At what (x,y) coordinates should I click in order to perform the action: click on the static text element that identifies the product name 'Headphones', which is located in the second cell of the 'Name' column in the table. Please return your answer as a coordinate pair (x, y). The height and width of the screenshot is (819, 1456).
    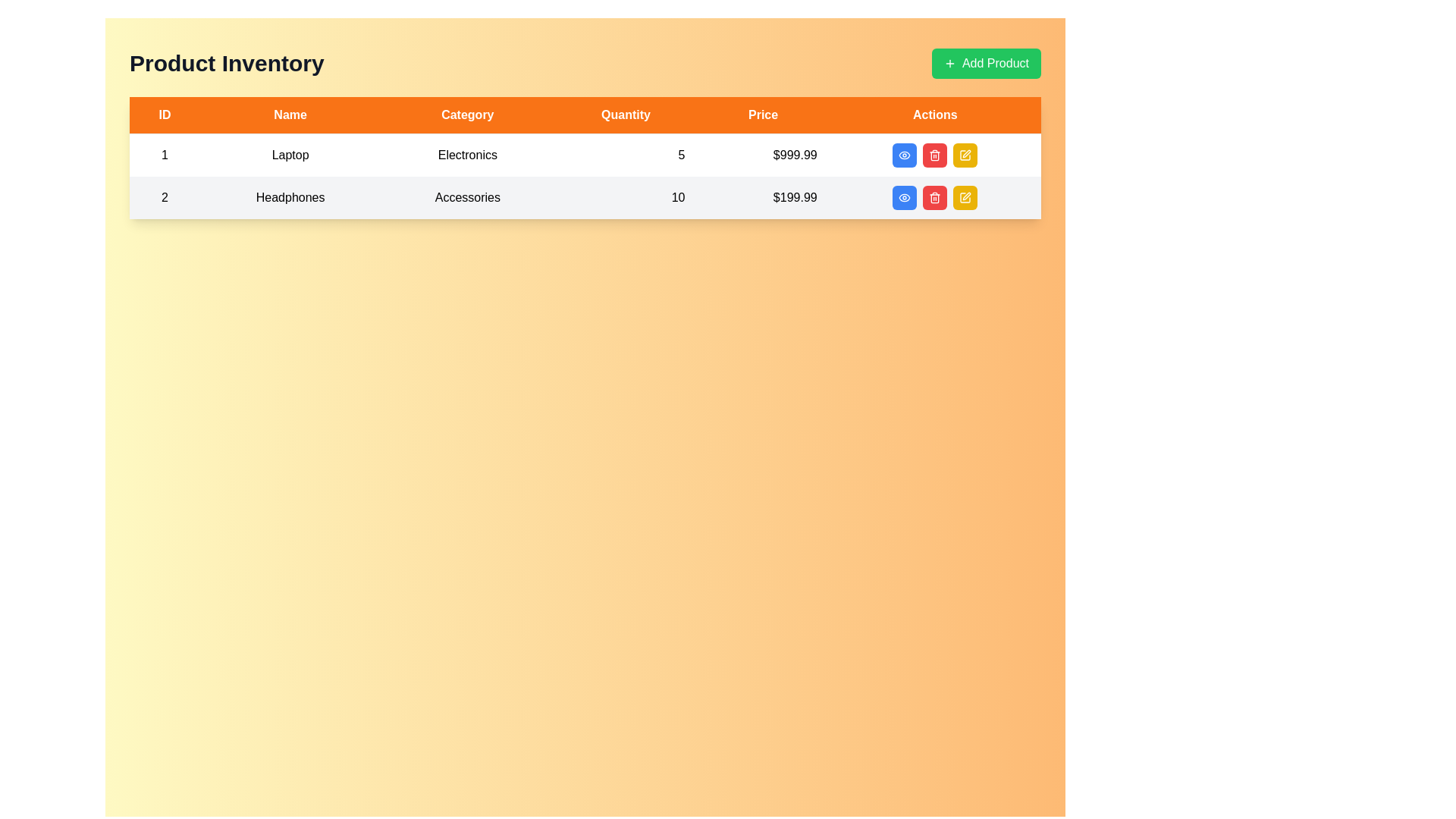
    Looking at the image, I should click on (290, 197).